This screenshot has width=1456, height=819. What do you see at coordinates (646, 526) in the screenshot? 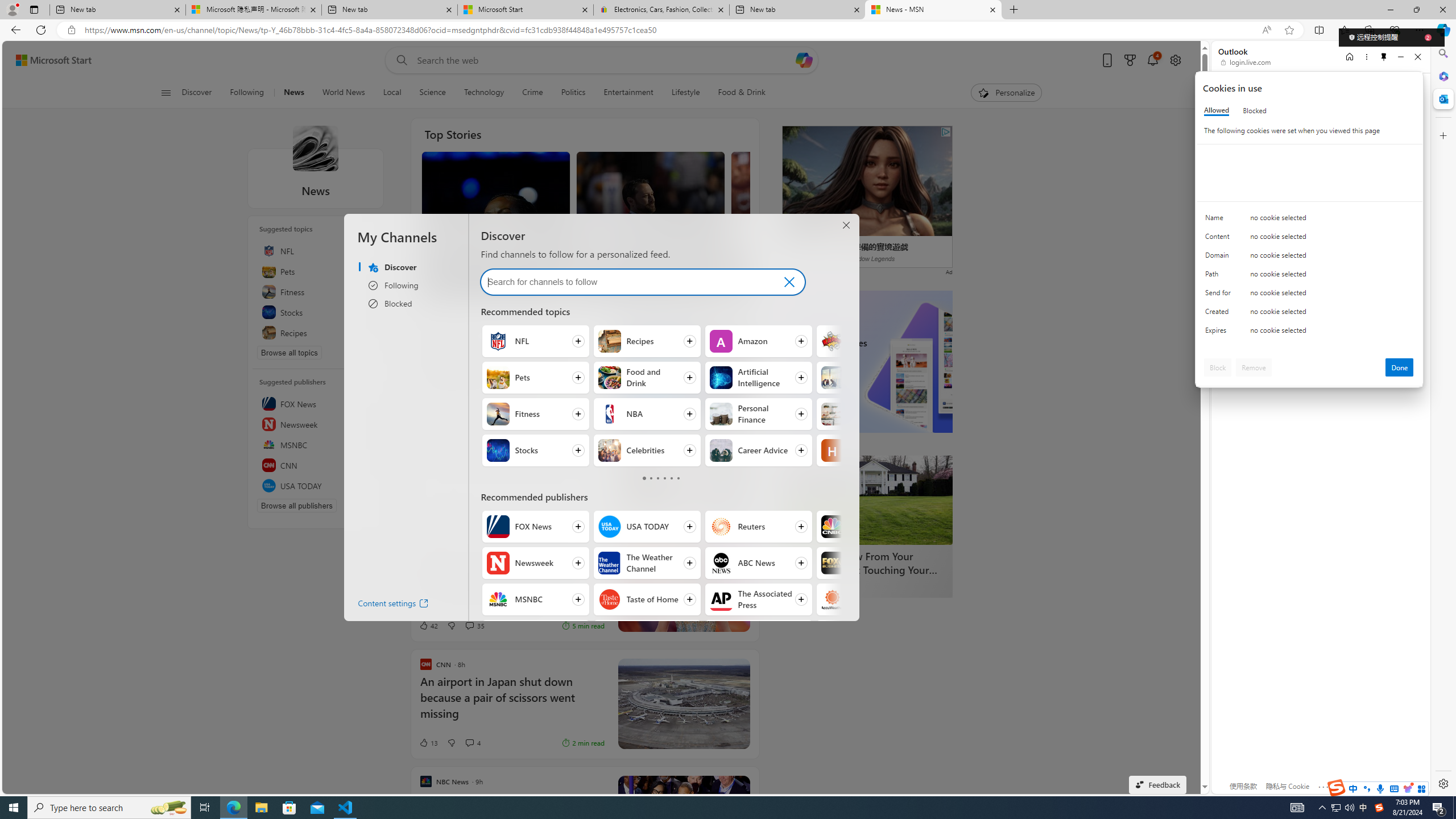
I see `'Follow USA TODAY'` at bounding box center [646, 526].